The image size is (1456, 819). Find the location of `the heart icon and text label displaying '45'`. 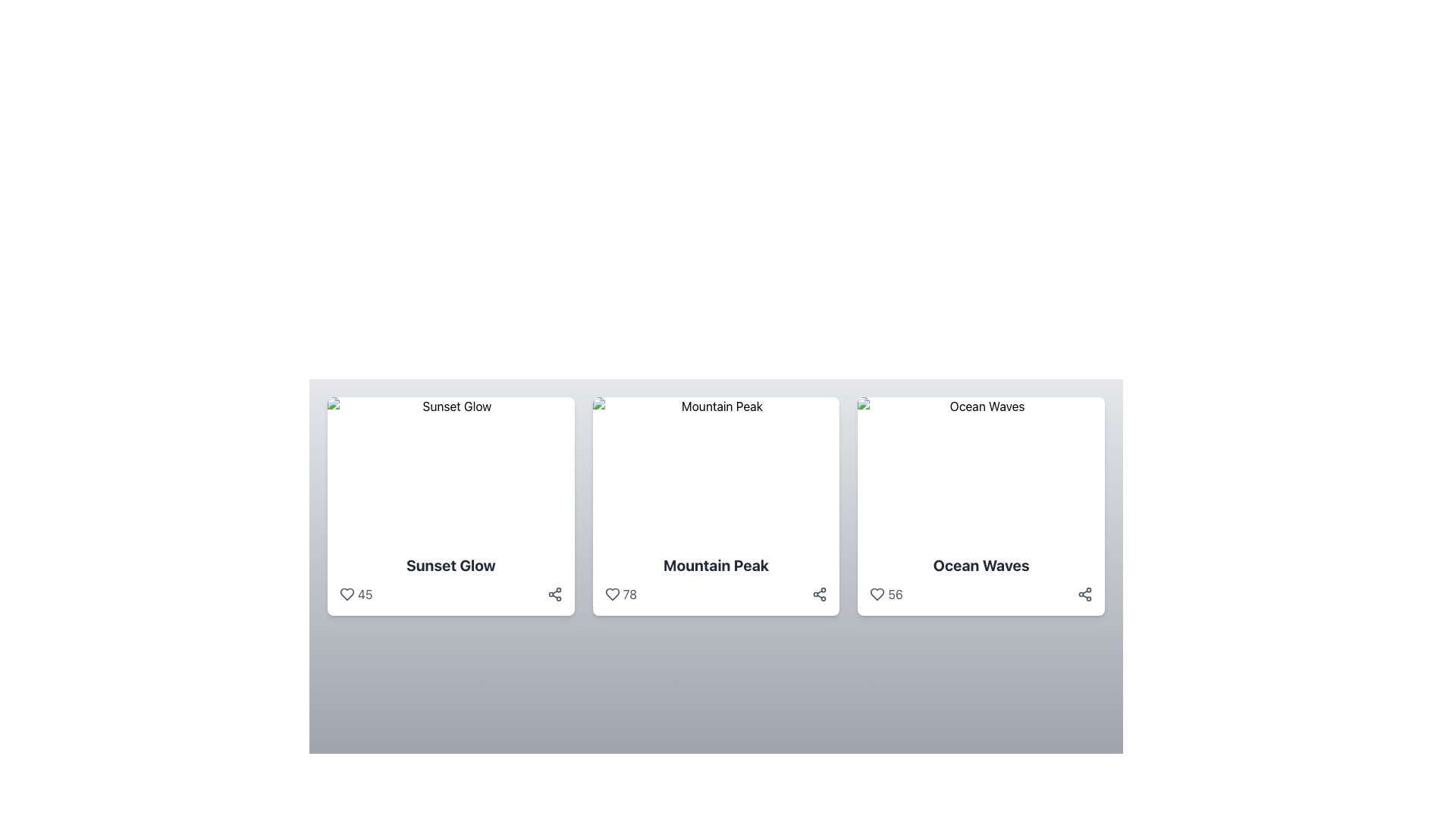

the heart icon and text label displaying '45' is located at coordinates (355, 593).